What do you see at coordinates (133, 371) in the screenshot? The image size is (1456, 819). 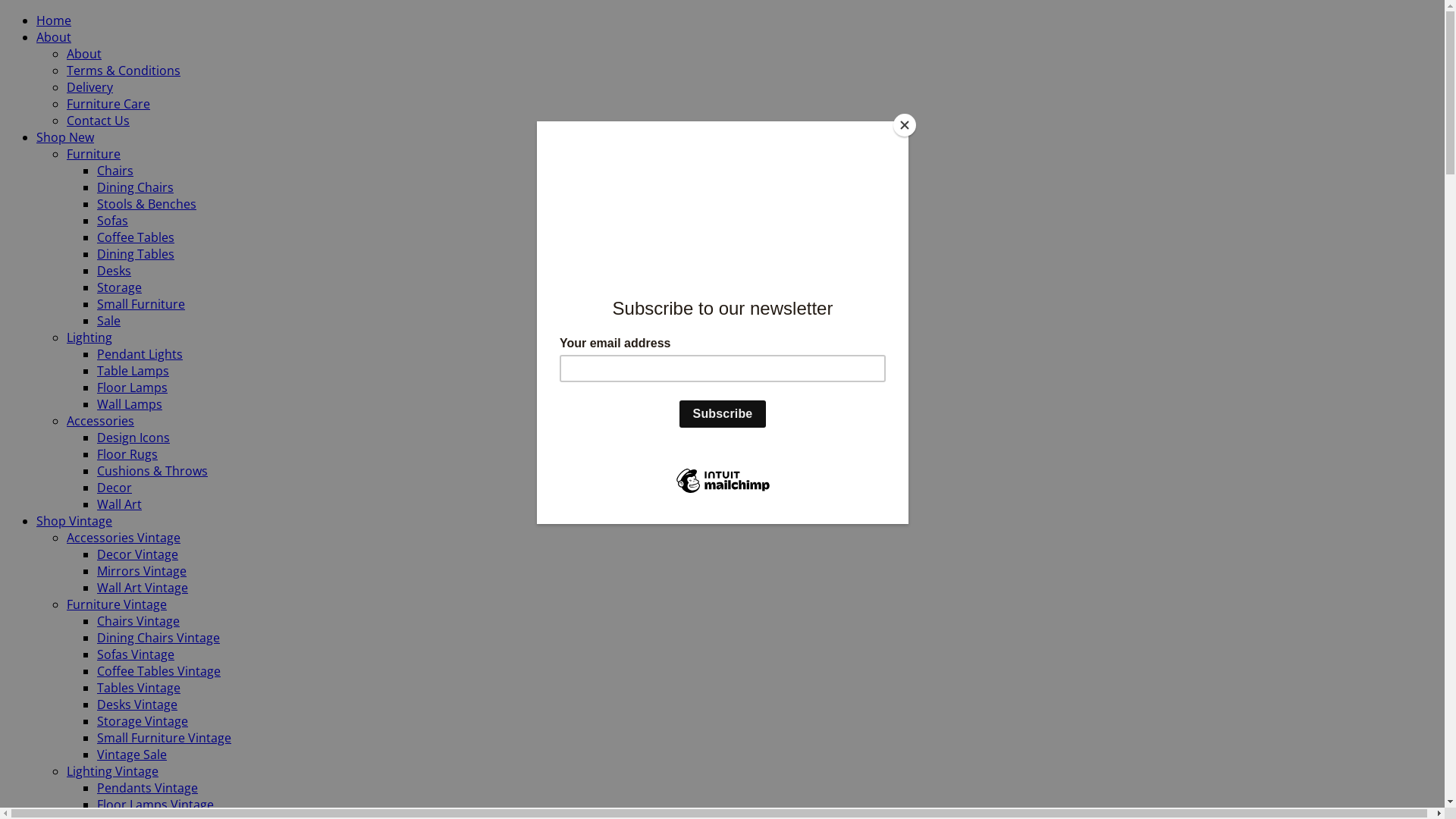 I see `'Table Lamps'` at bounding box center [133, 371].